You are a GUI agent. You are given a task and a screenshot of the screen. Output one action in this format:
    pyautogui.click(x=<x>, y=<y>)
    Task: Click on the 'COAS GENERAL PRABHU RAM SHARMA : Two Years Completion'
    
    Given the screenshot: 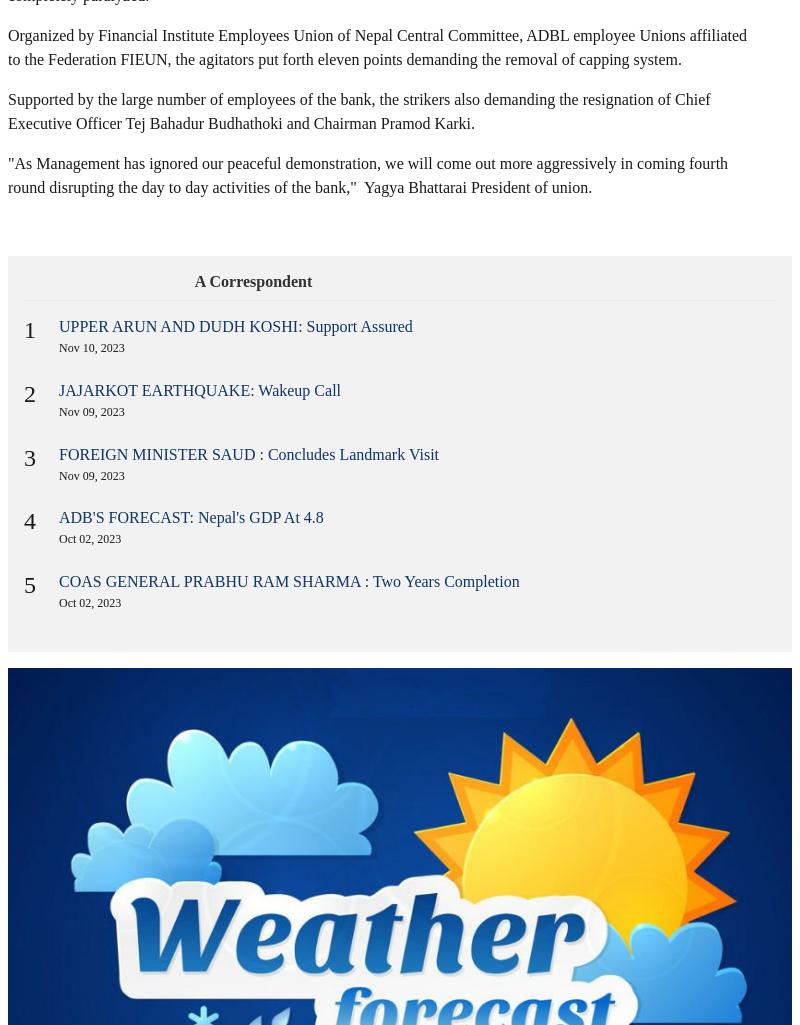 What is the action you would take?
    pyautogui.click(x=289, y=581)
    